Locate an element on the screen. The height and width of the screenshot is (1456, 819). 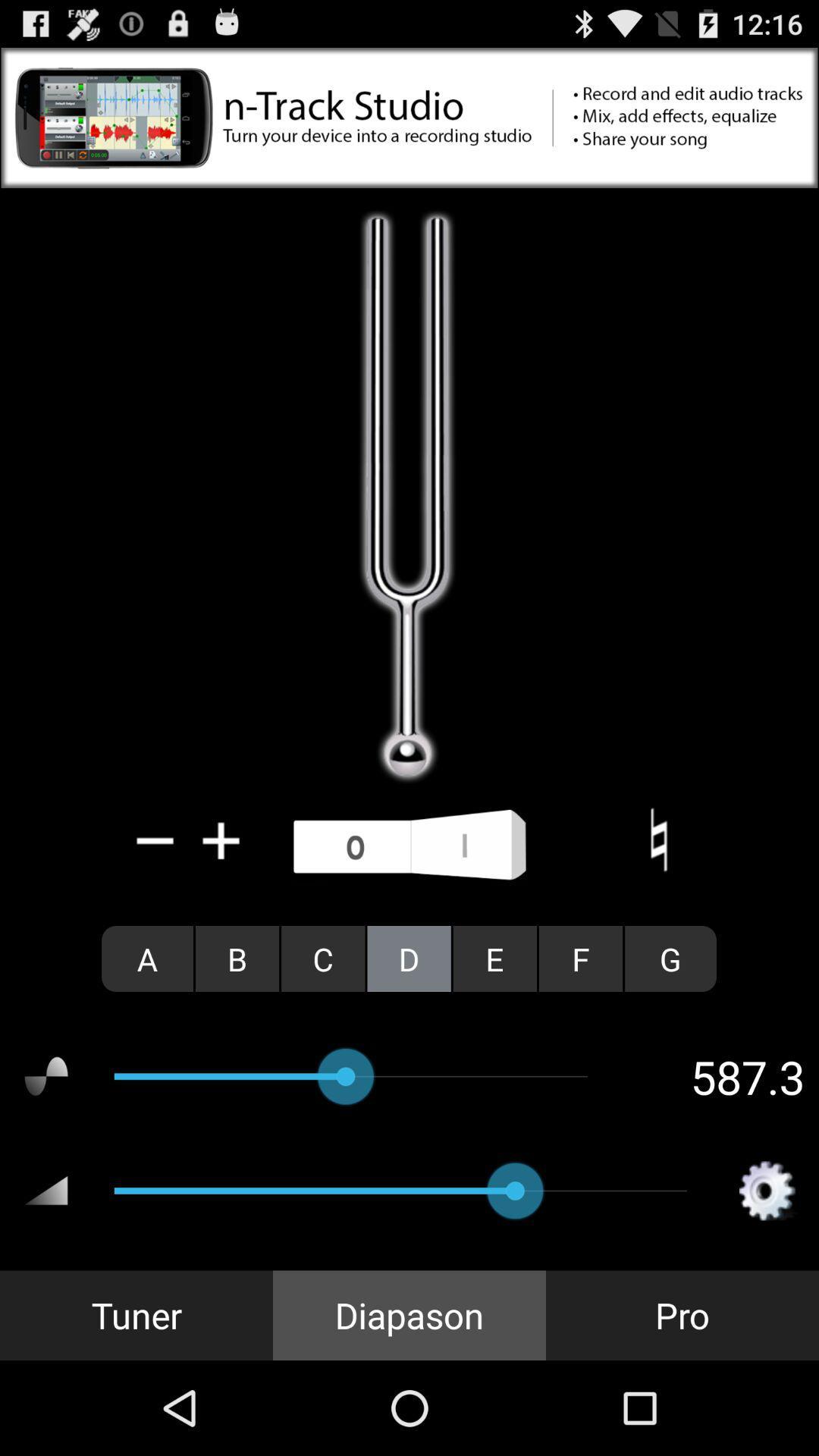
the note is located at coordinates (657, 839).